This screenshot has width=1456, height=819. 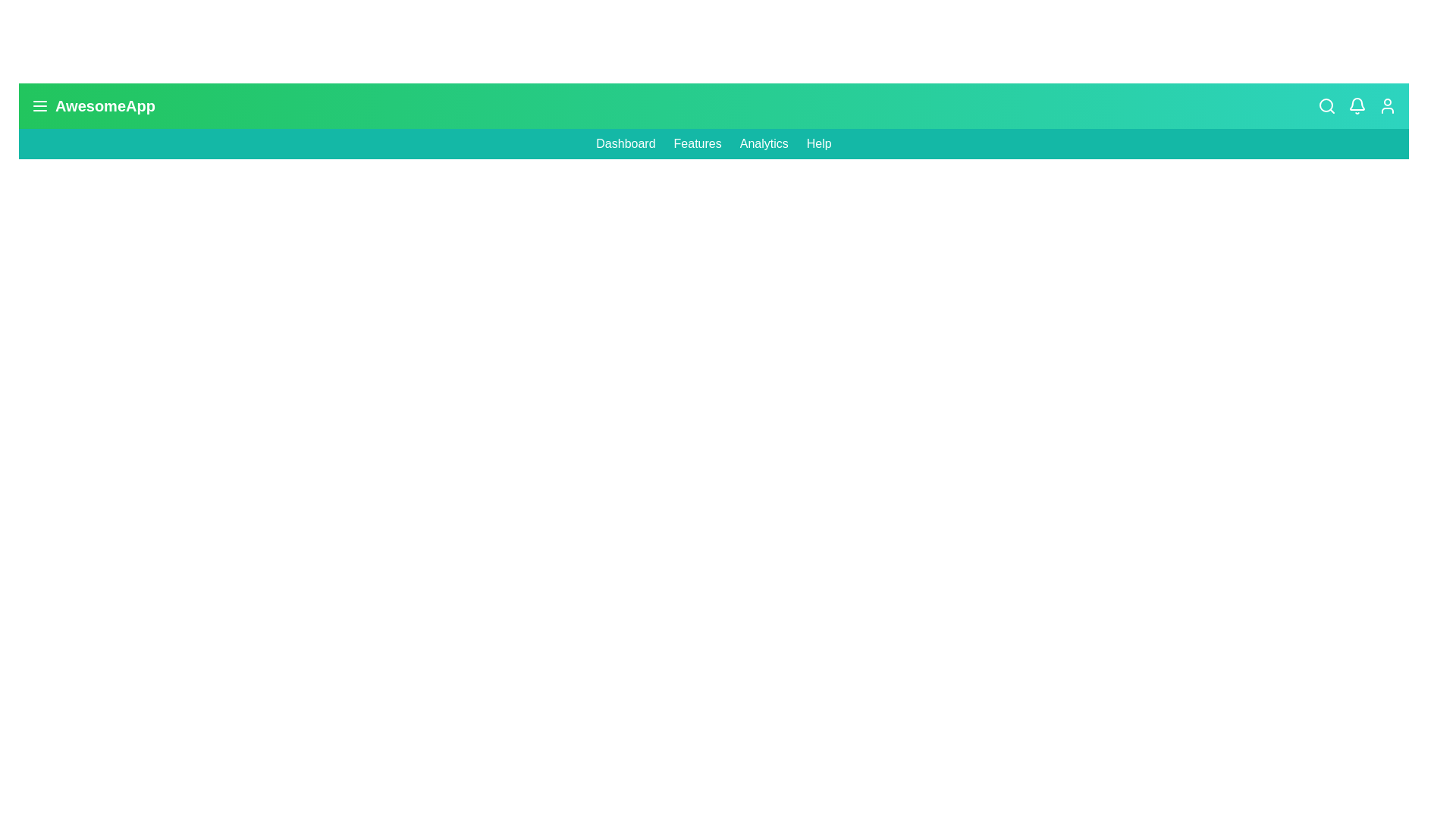 What do you see at coordinates (626, 143) in the screenshot?
I see `the 'Dashboard' link in the navigation bar` at bounding box center [626, 143].